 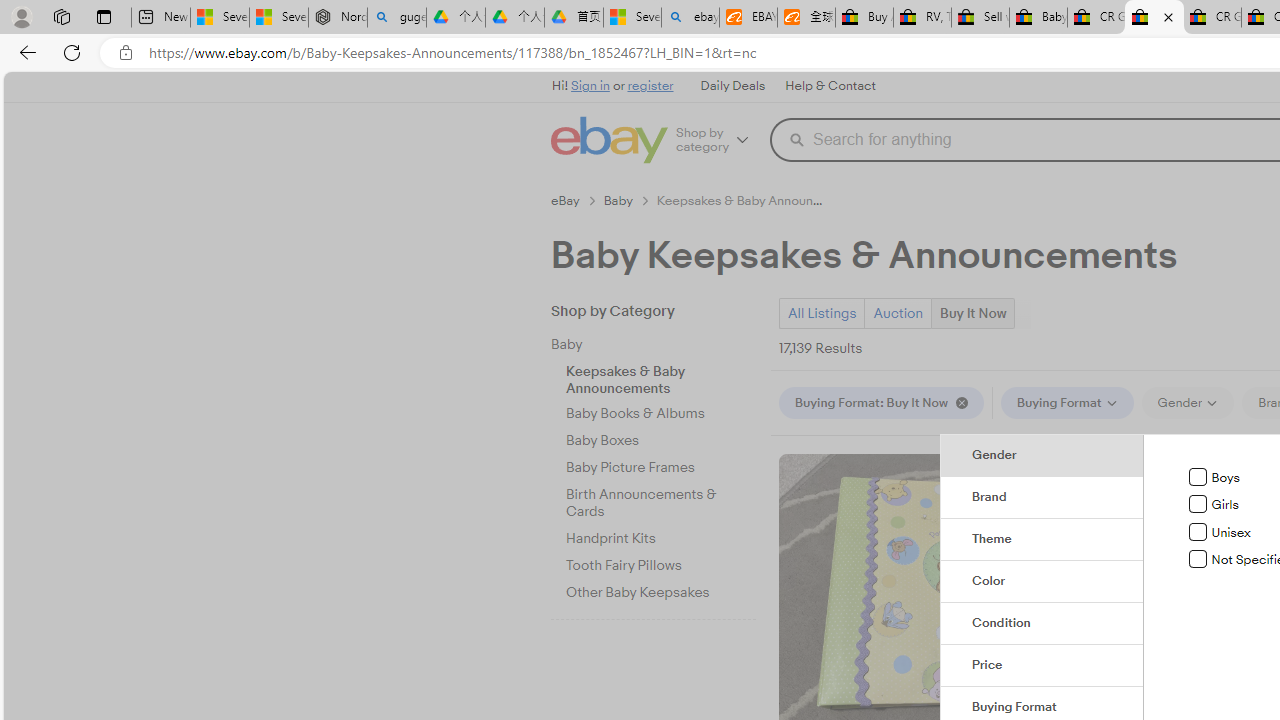 I want to click on 'Sell worldwide with eBay', so click(x=980, y=17).